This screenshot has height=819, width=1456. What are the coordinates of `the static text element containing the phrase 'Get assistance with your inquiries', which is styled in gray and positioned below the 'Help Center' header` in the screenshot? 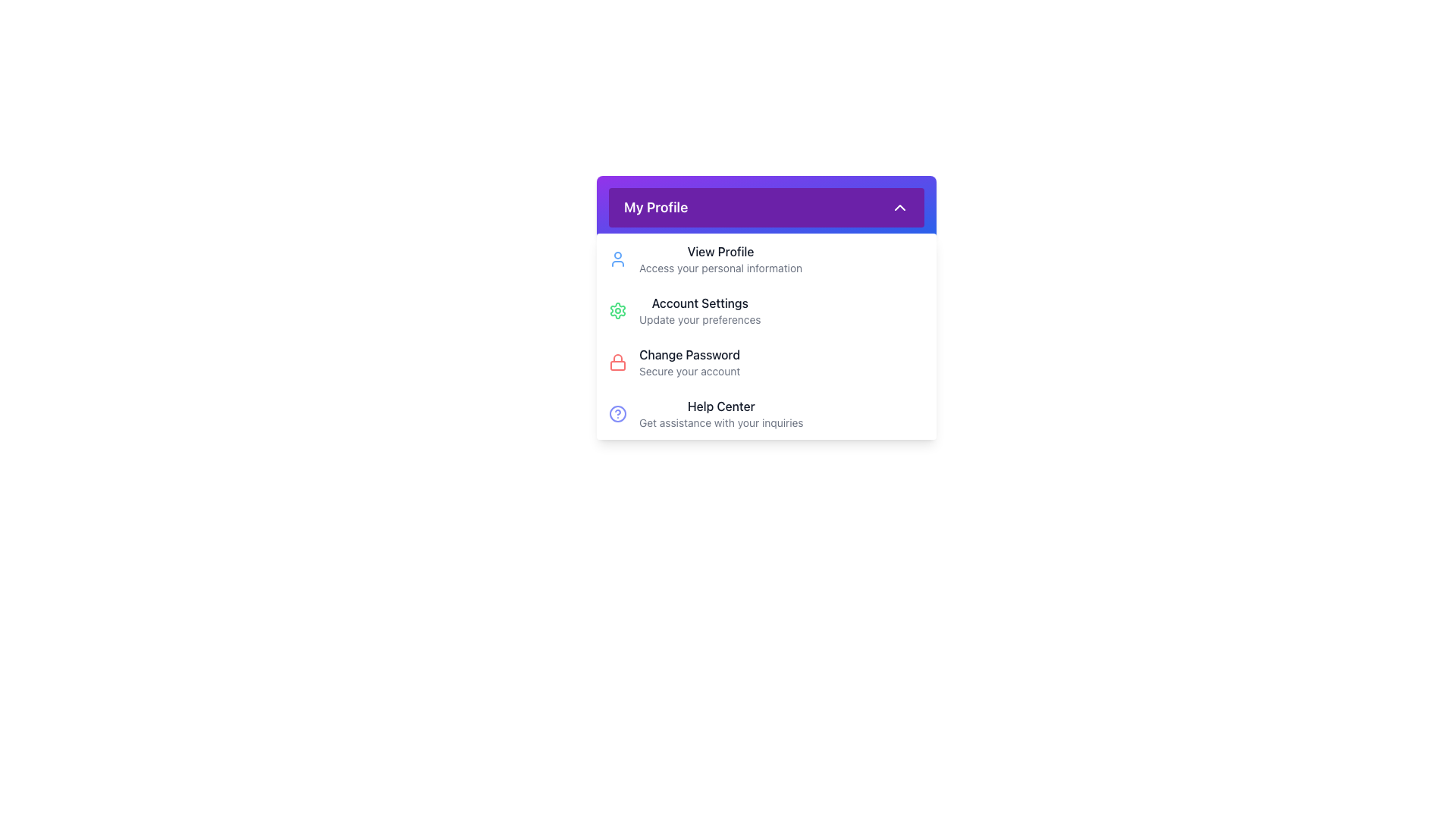 It's located at (720, 423).